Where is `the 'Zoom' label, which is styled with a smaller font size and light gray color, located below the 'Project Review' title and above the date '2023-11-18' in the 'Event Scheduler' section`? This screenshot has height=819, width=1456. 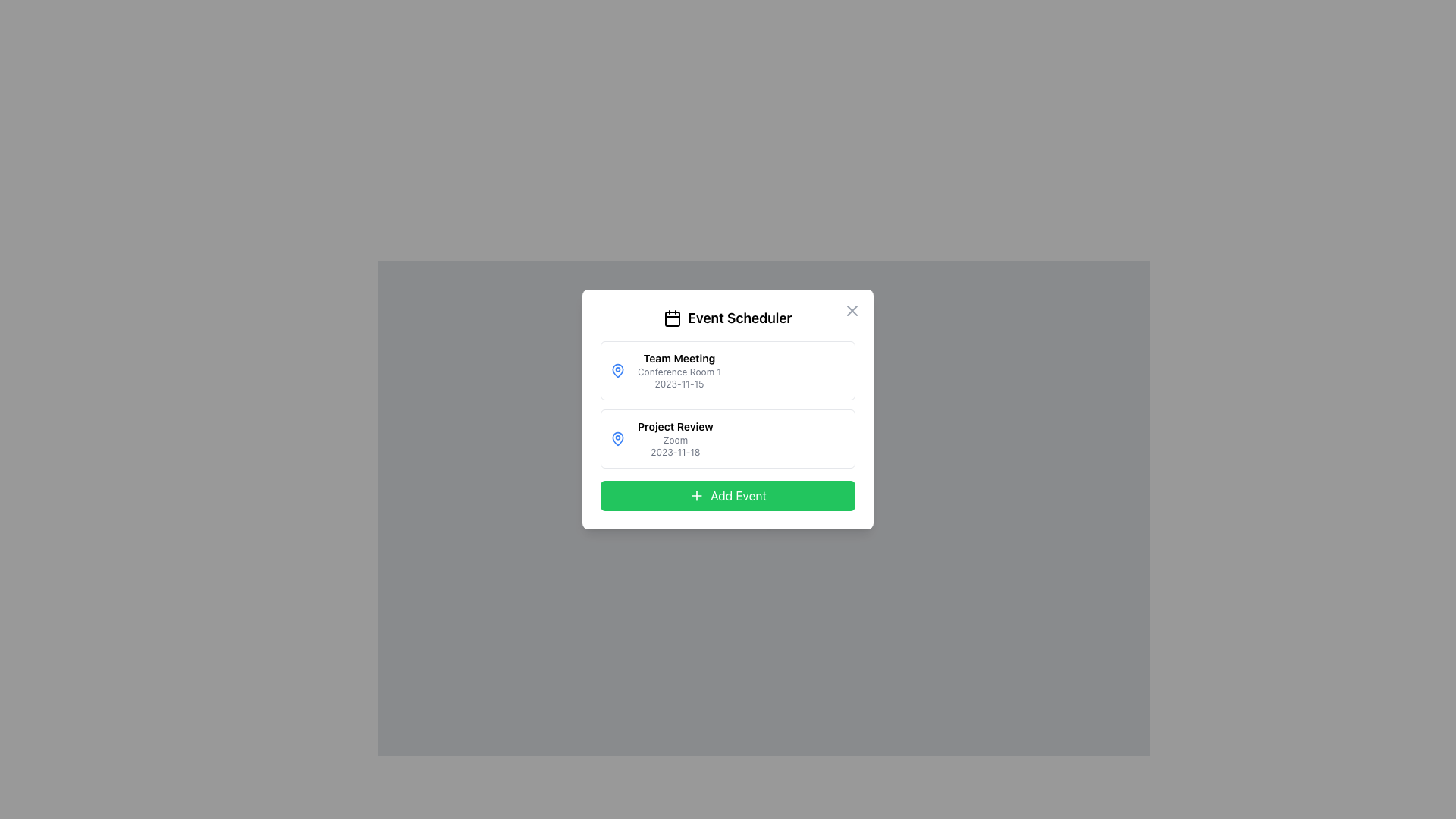
the 'Zoom' label, which is styled with a smaller font size and light gray color, located below the 'Project Review' title and above the date '2023-11-18' in the 'Event Scheduler' section is located at coordinates (674, 441).